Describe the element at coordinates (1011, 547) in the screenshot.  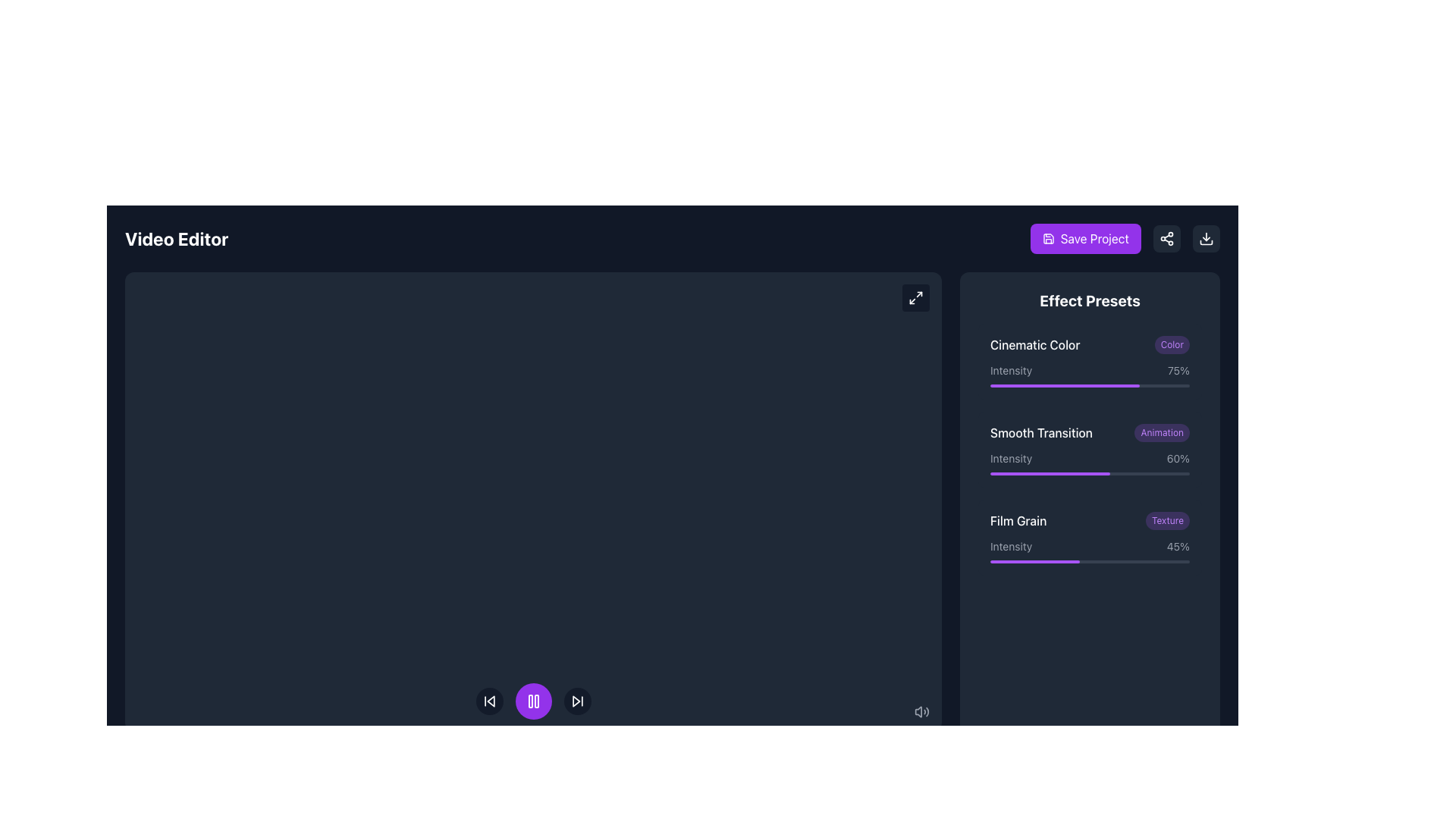
I see `the Text label that indicates the intensity control for the 'Film Grain' effect, located to the left of '45%' and above the progress bar` at that location.